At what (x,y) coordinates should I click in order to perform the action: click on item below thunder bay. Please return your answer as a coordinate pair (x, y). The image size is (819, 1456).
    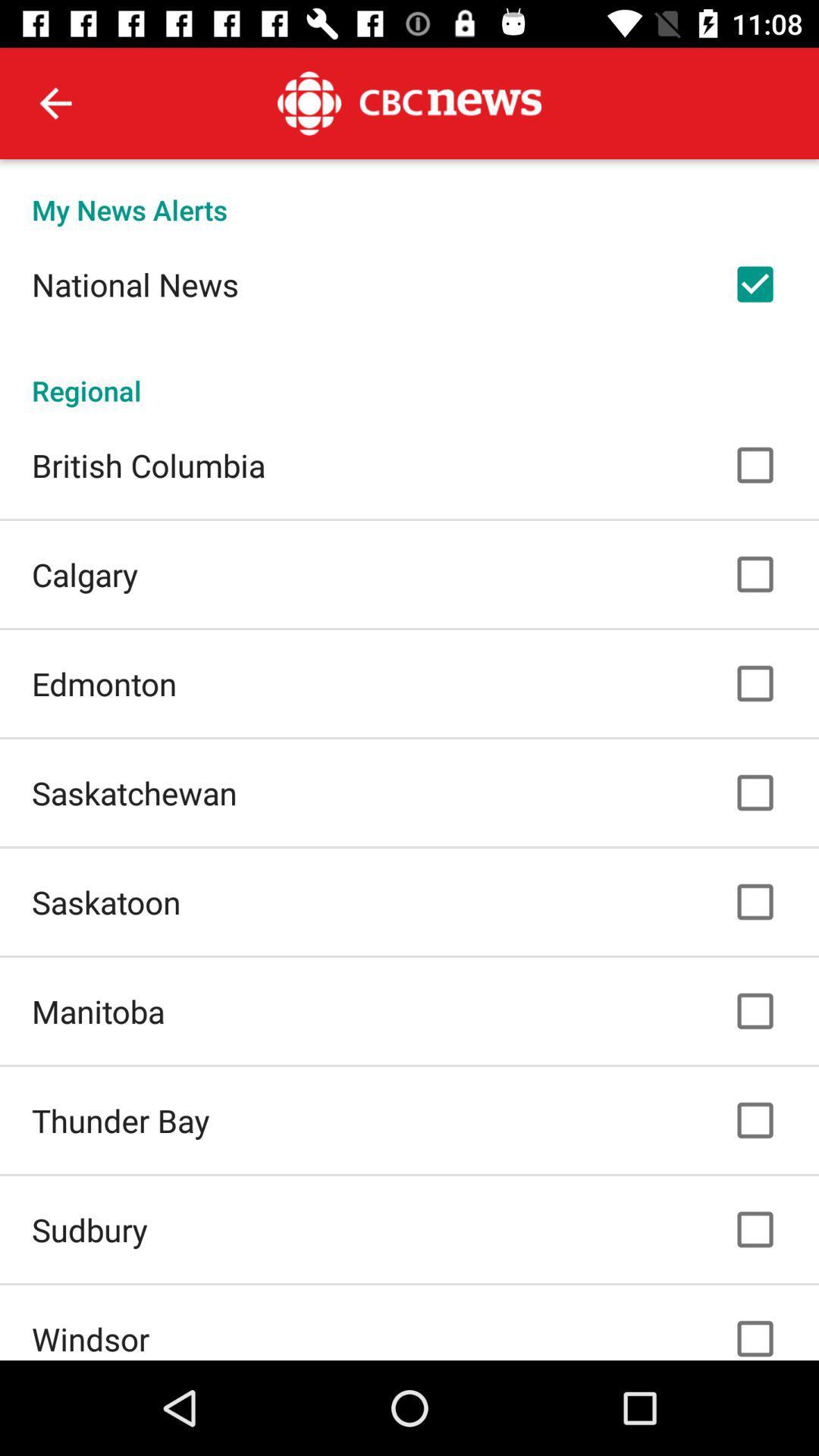
    Looking at the image, I should click on (89, 1229).